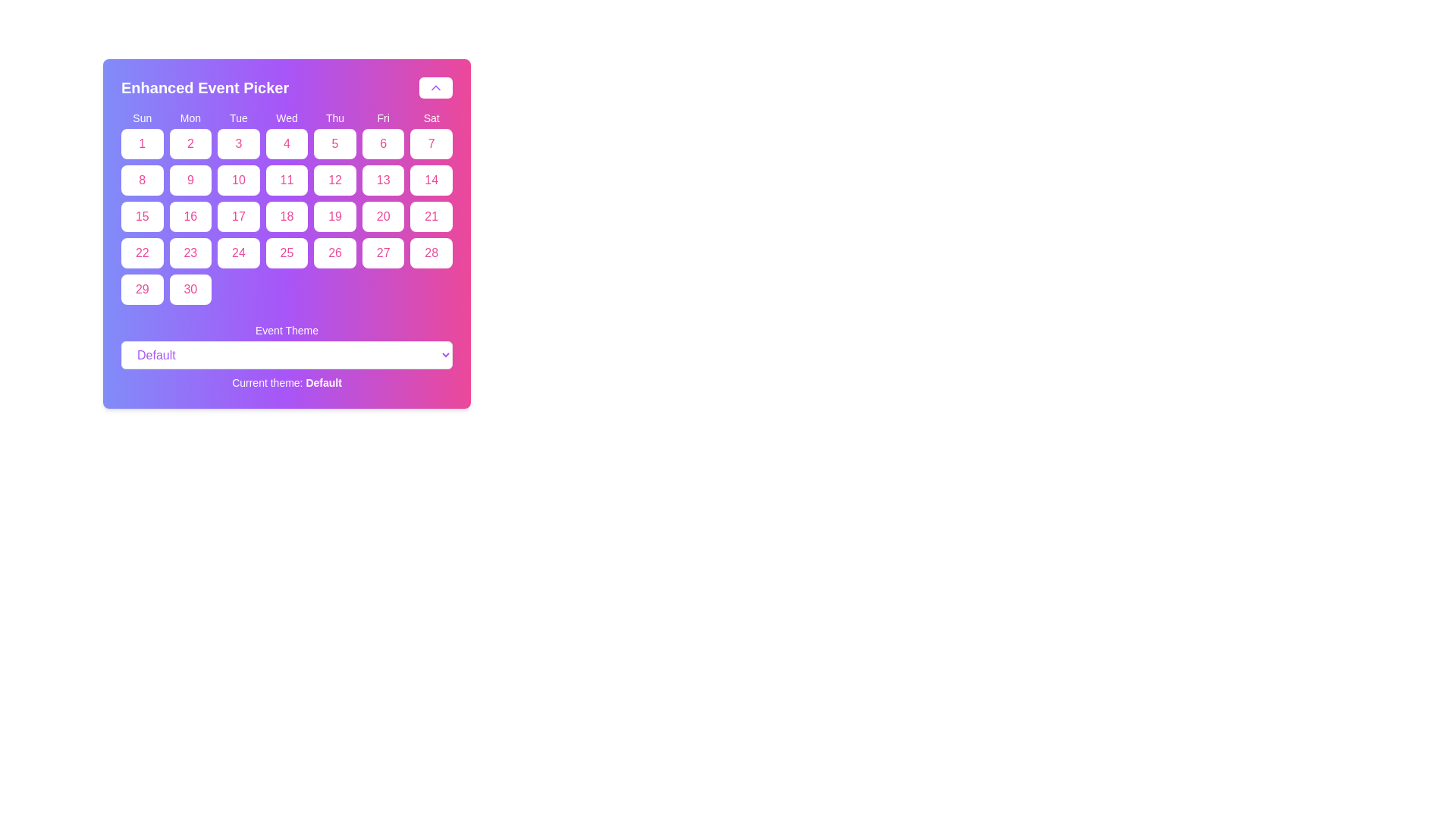 This screenshot has width=1456, height=819. What do you see at coordinates (334, 180) in the screenshot?
I see `the Interactive button in the calendar interface` at bounding box center [334, 180].